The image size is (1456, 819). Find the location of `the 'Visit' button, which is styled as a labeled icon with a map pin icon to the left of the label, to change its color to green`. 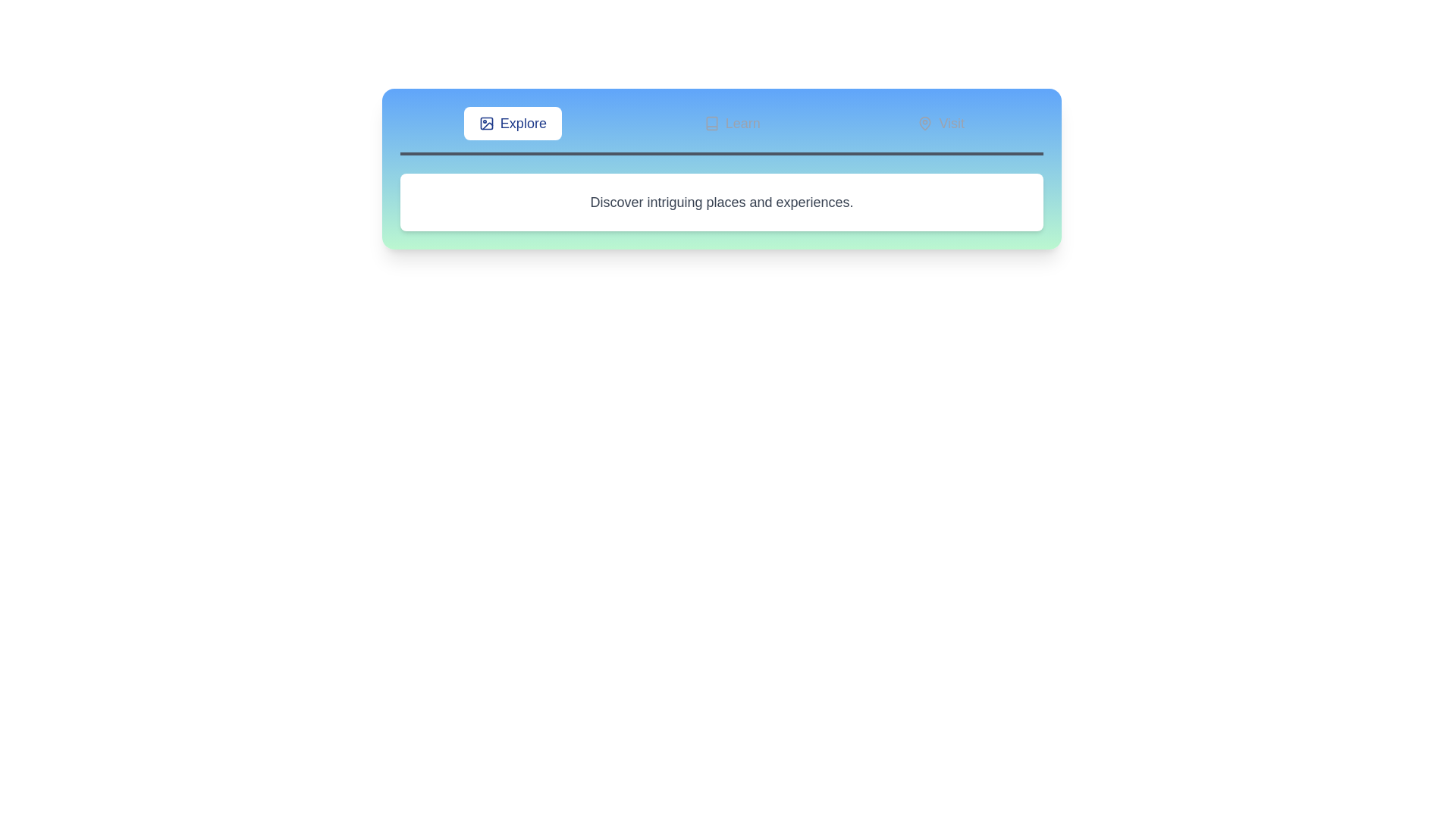

the 'Visit' button, which is styled as a labeled icon with a map pin icon to the left of the label, to change its color to green is located at coordinates (940, 122).